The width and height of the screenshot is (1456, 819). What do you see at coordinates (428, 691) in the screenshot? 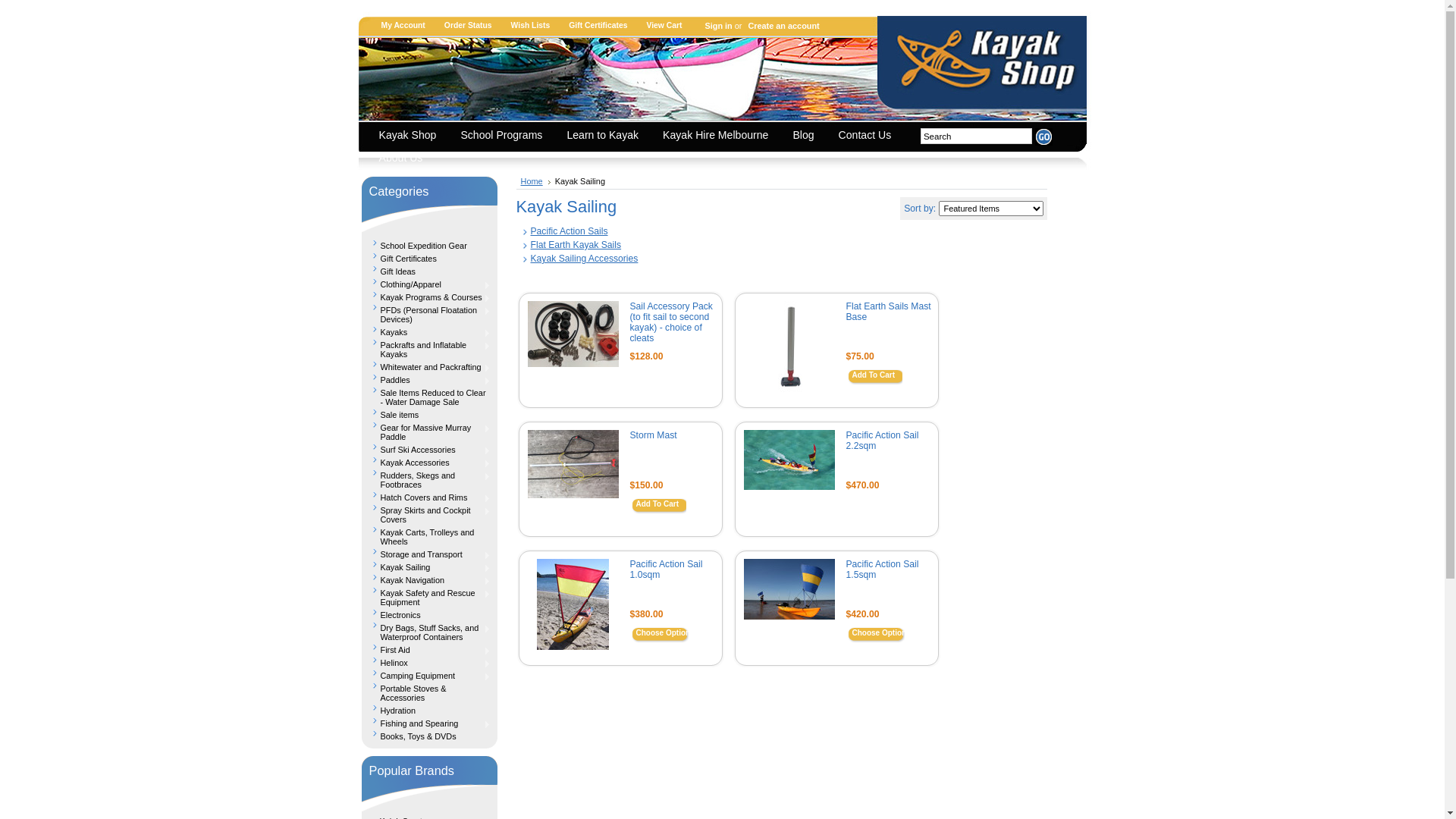
I see `'Portable Stoves & Accessories'` at bounding box center [428, 691].